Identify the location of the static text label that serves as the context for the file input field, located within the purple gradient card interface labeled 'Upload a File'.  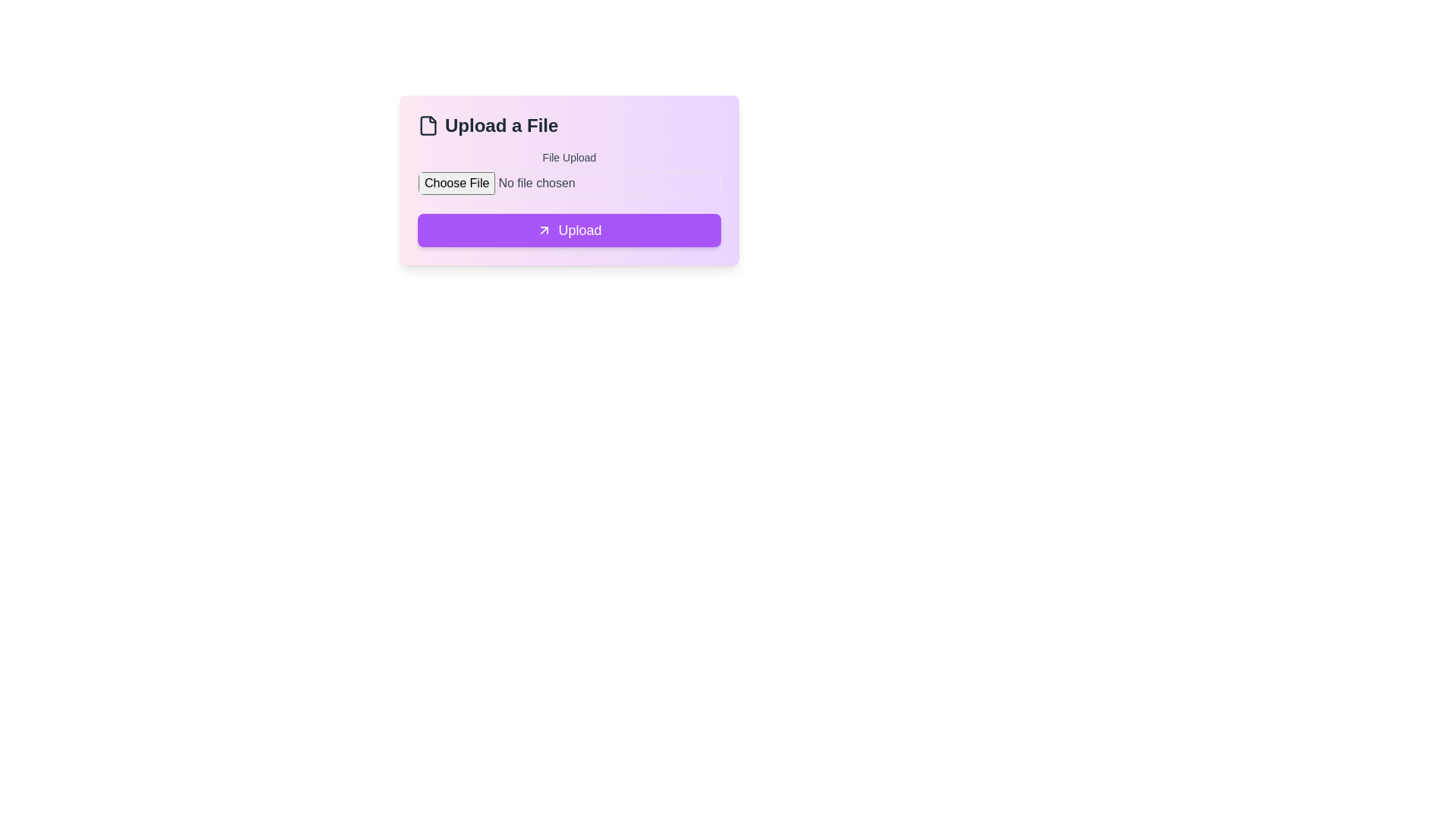
(568, 158).